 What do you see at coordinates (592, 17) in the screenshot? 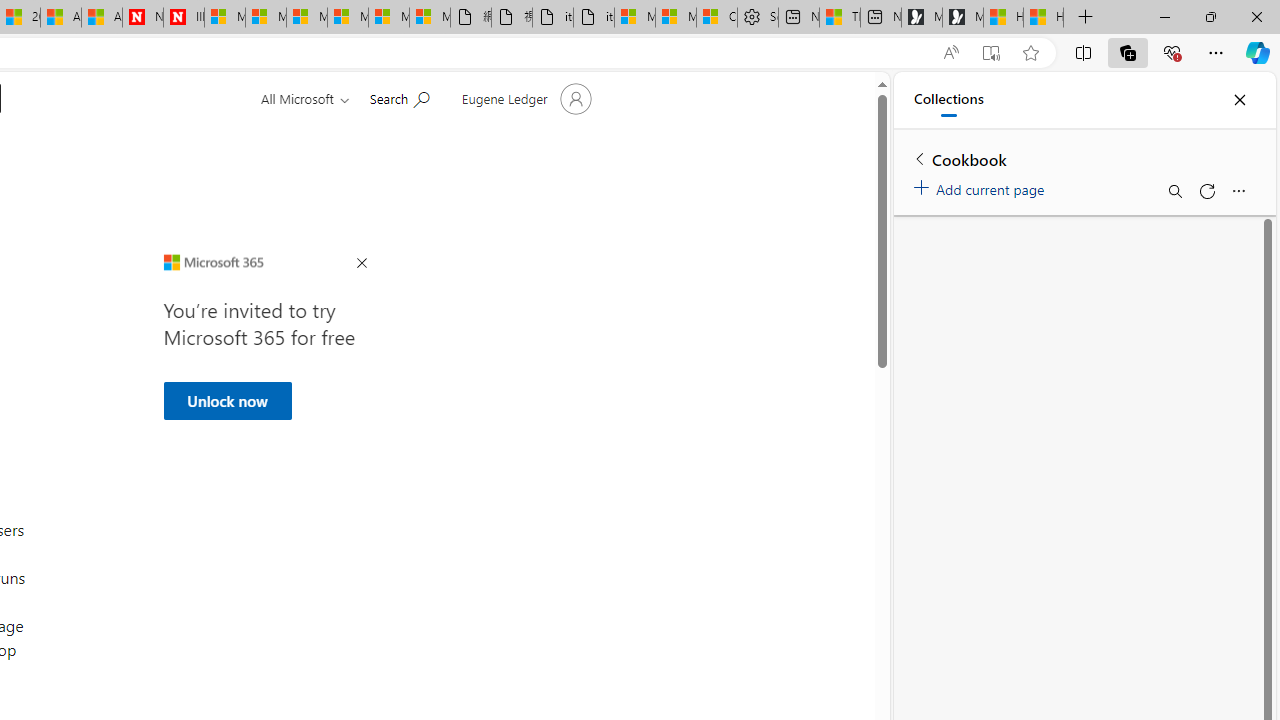
I see `'itconcepthk.com/projector_solutions.mp4'` at bounding box center [592, 17].